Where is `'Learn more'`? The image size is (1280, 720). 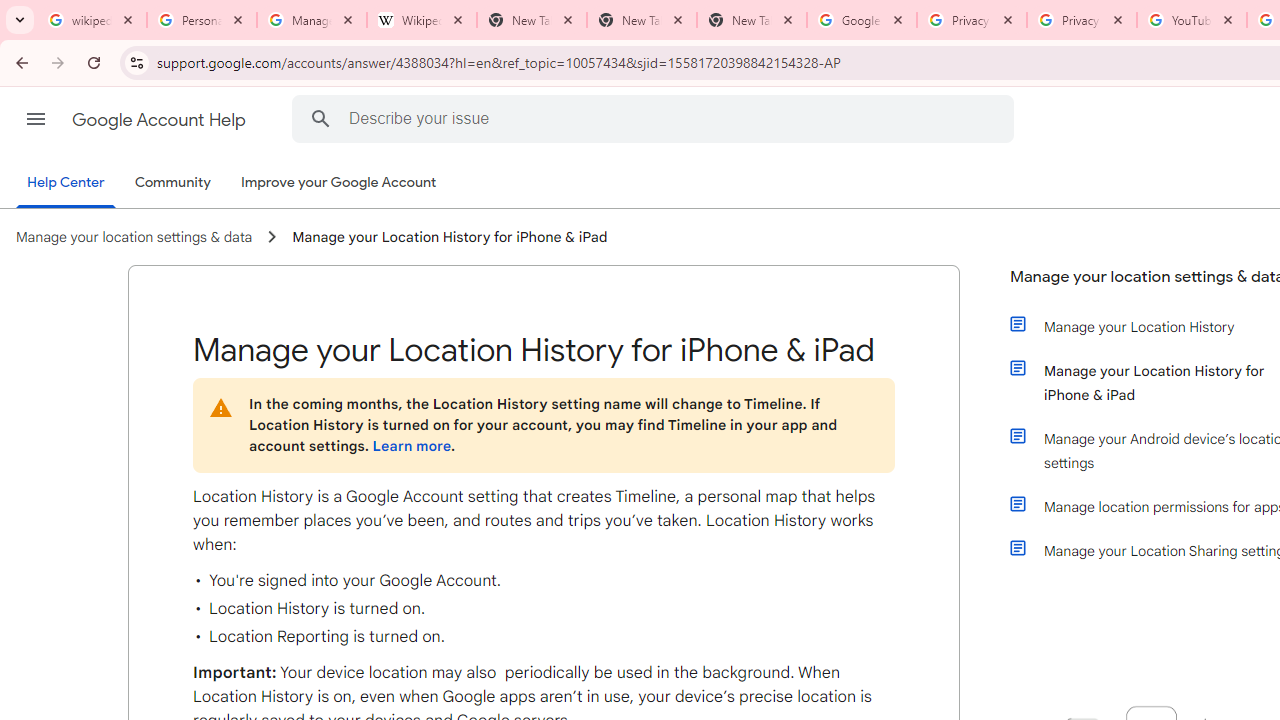
'Learn more' is located at coordinates (410, 445).